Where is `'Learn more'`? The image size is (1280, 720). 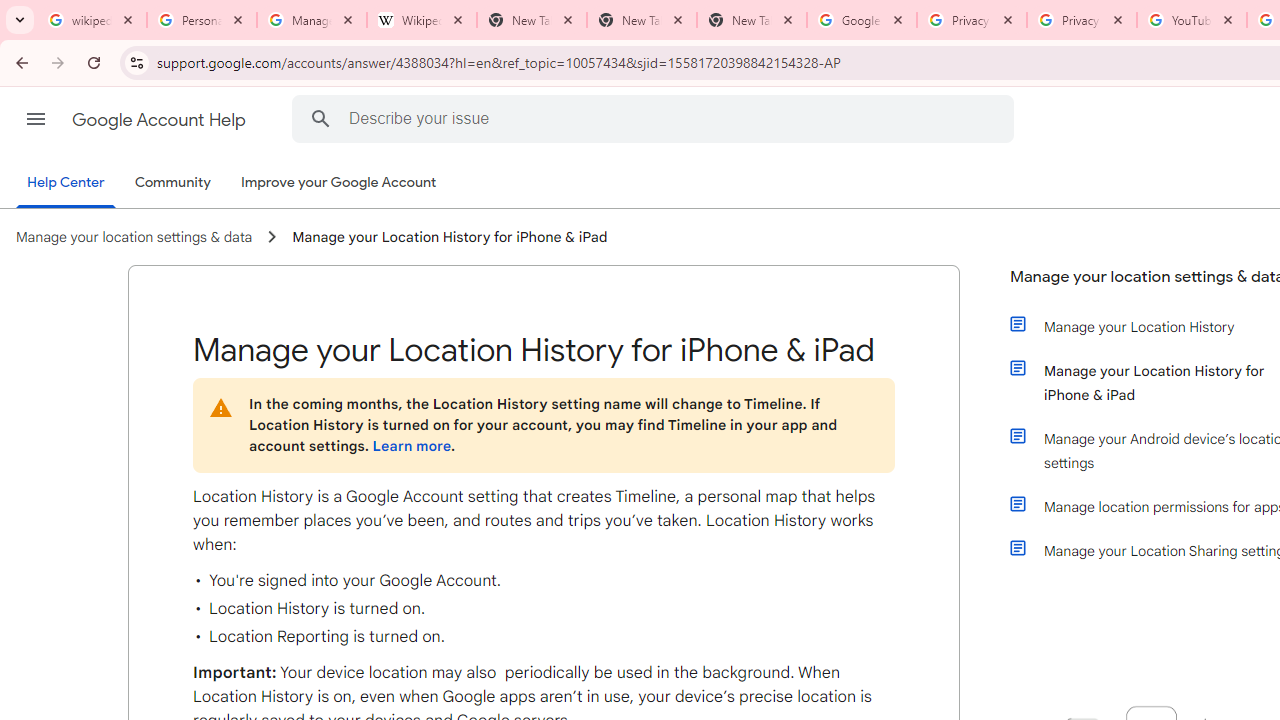
'Learn more' is located at coordinates (410, 445).